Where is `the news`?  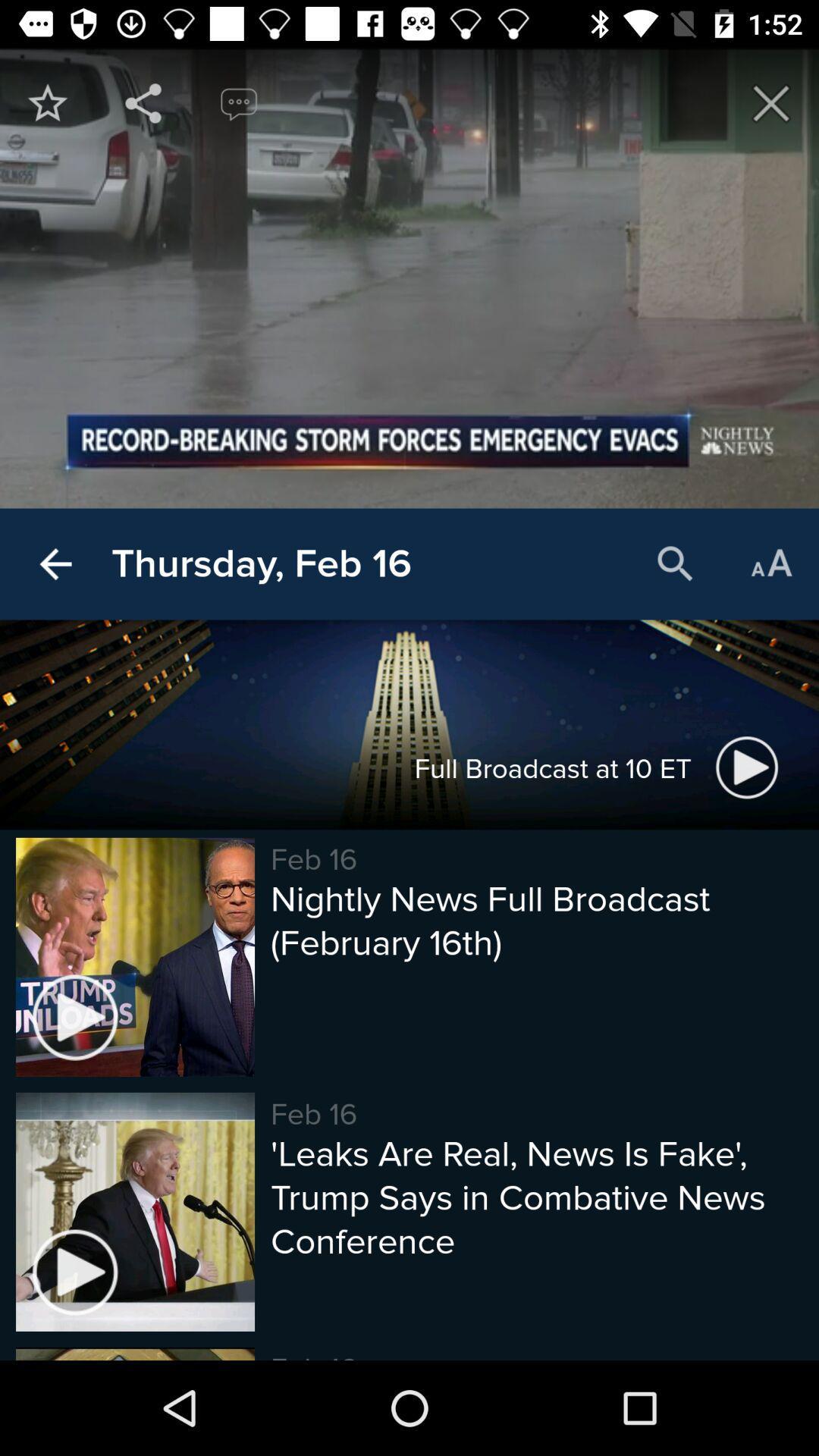
the news is located at coordinates (771, 102).